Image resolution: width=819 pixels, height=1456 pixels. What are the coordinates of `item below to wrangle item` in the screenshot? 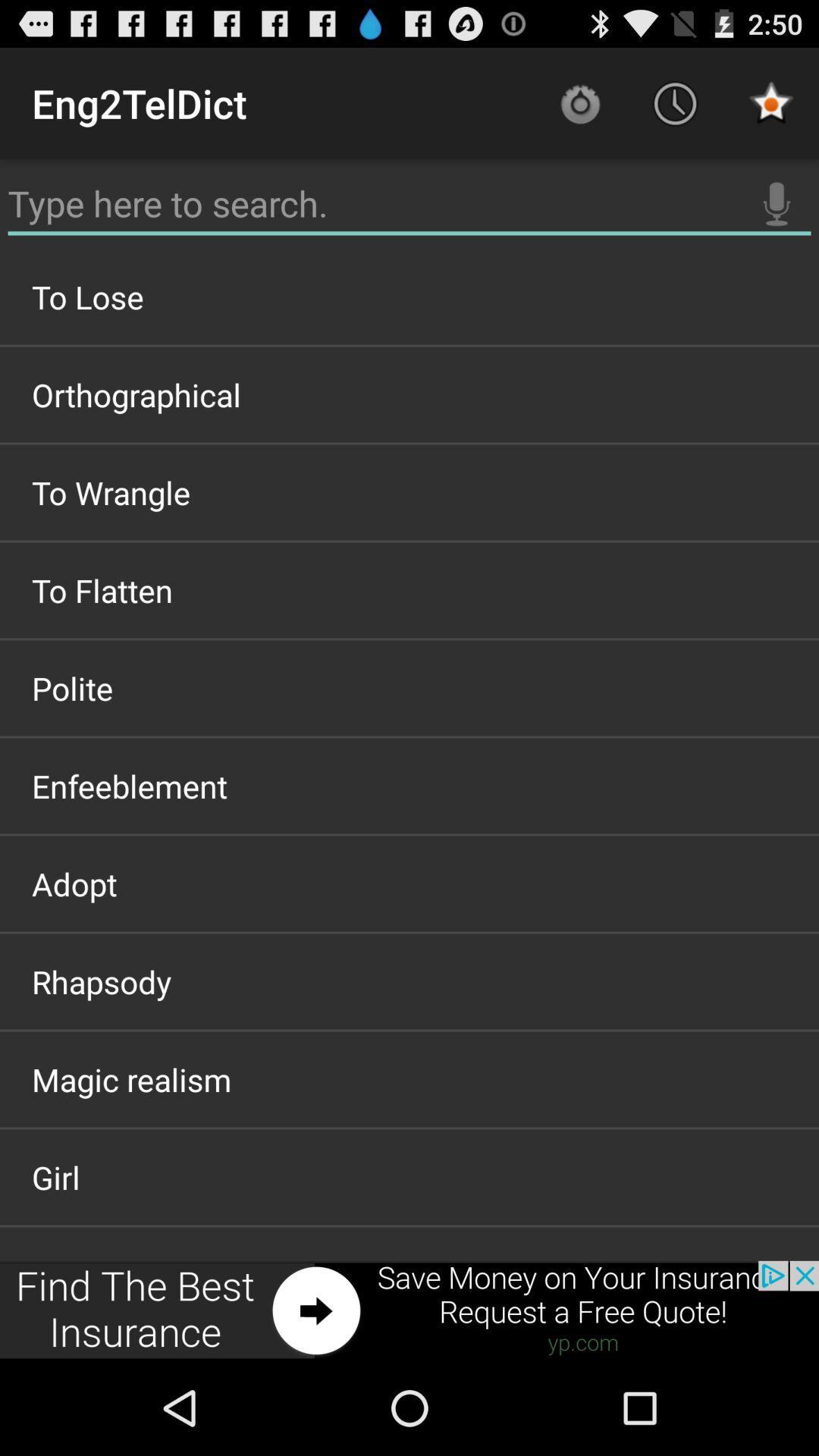 It's located at (409, 589).